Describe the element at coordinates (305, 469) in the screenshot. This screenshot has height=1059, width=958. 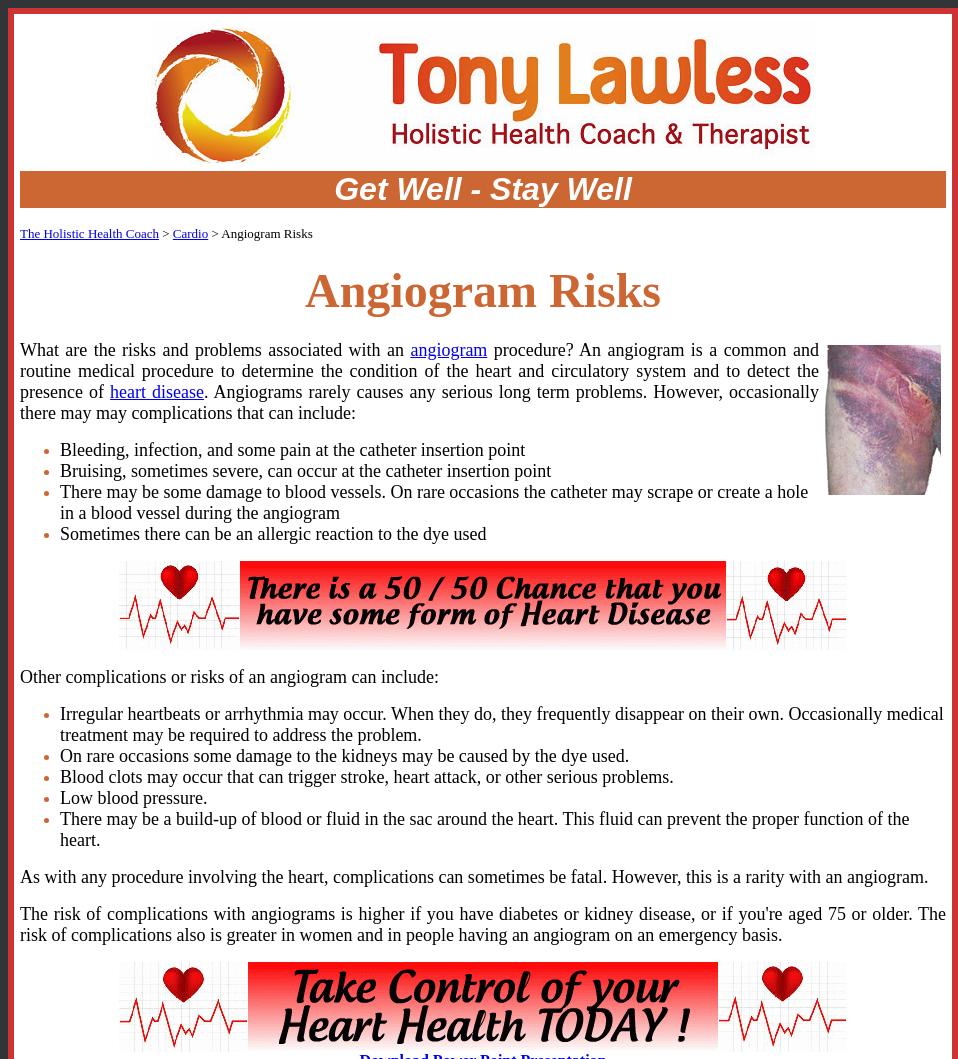
I see `'Bruising, sometimes 
          severe, can occur at the catheter insertion point'` at that location.